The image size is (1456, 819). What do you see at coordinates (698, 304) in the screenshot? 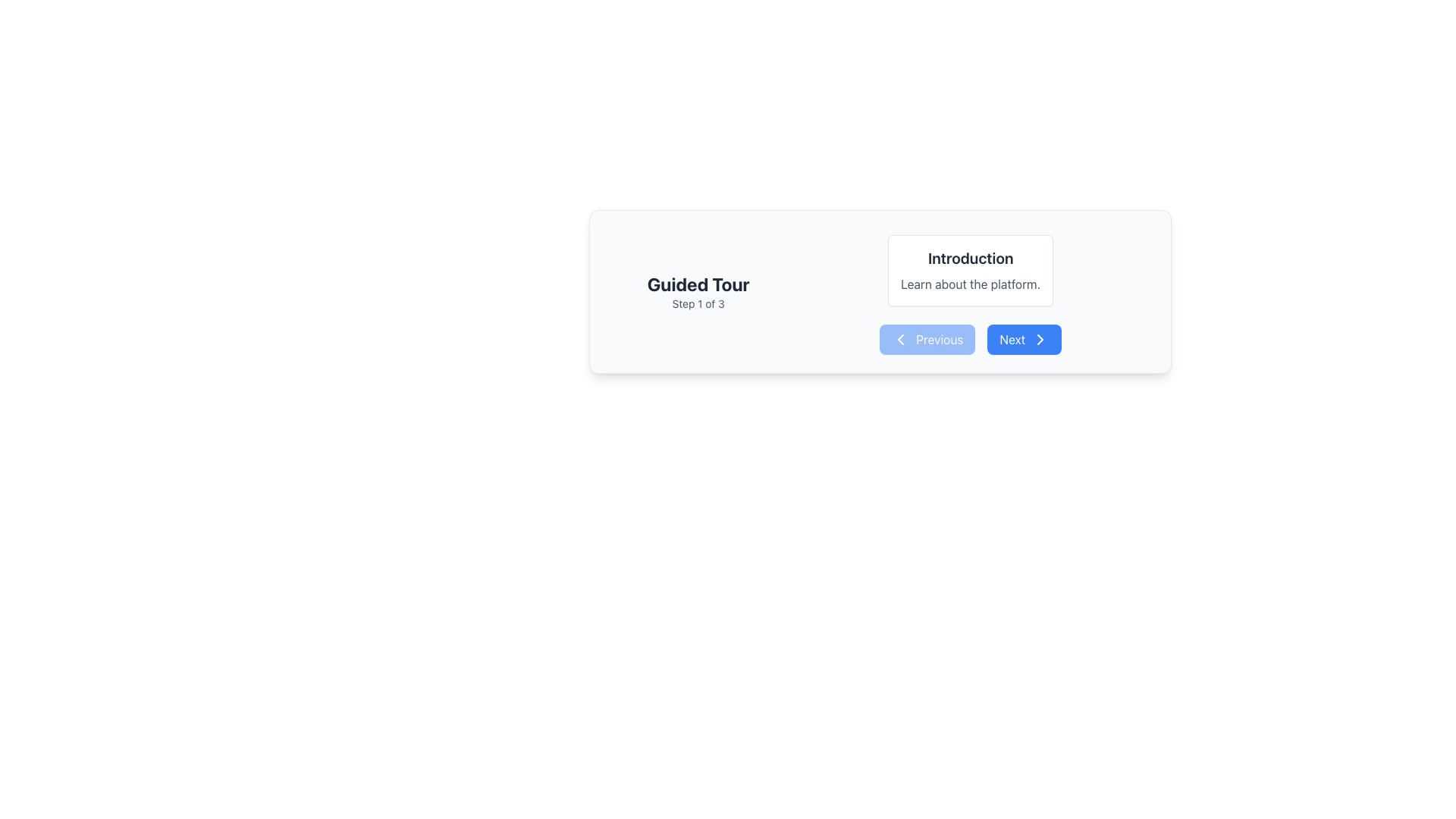
I see `the Text Label displaying 'Step 1 of 3', which is located below the bold title 'Guided Tour' in a small, gray font` at bounding box center [698, 304].